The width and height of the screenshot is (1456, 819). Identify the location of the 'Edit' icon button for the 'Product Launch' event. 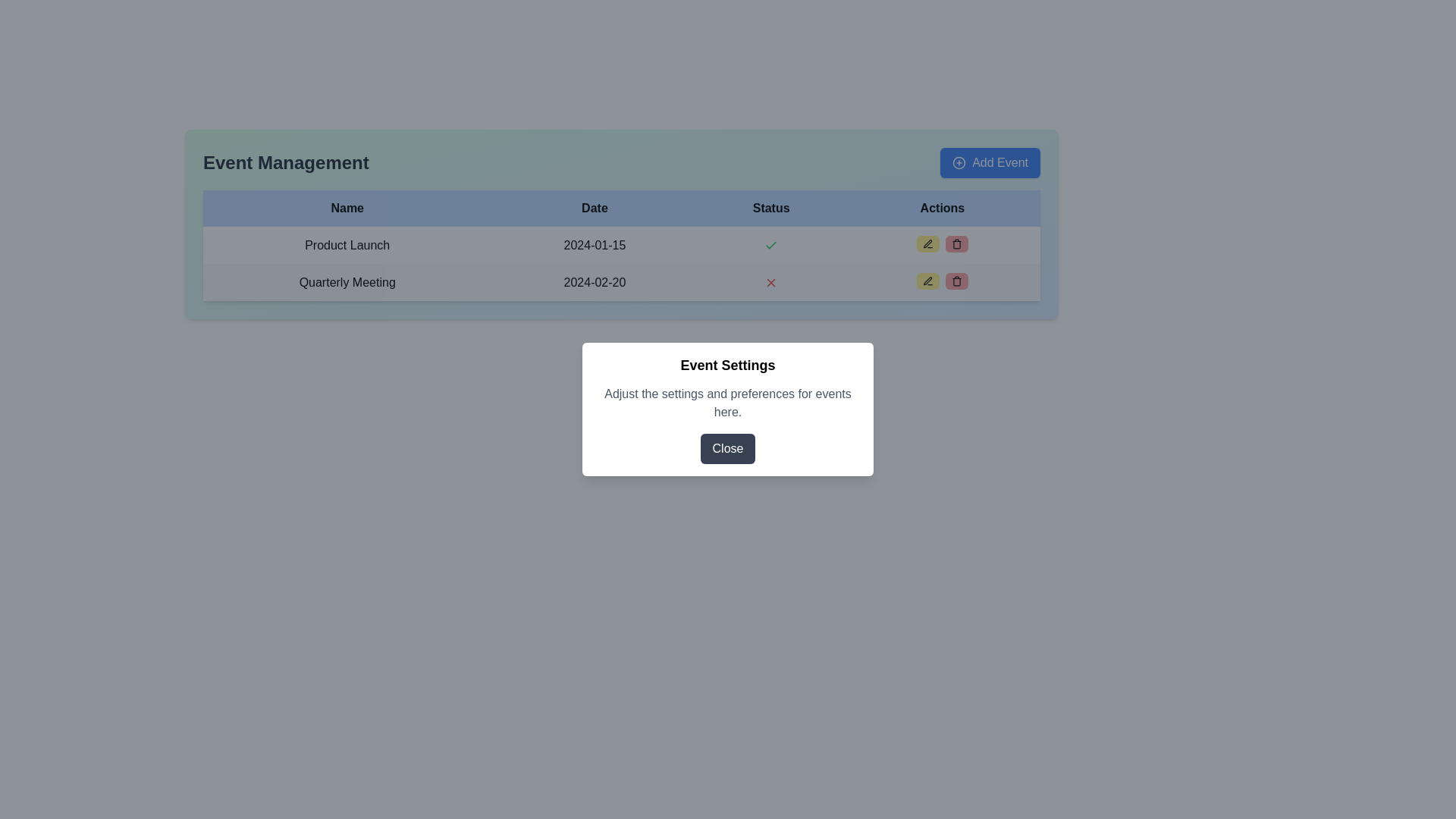
(927, 243).